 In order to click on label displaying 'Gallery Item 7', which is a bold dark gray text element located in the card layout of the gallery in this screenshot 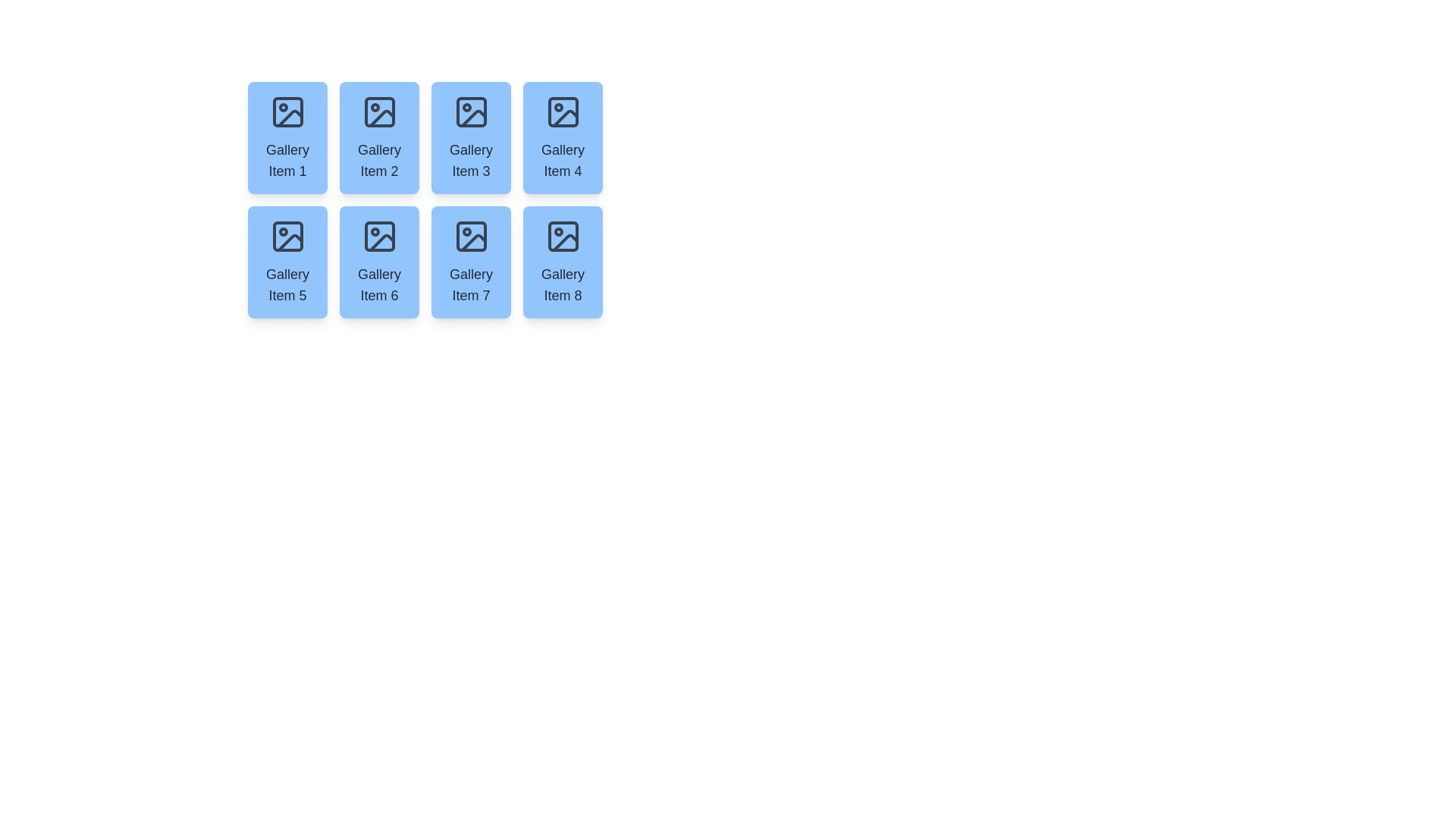, I will do `click(470, 284)`.